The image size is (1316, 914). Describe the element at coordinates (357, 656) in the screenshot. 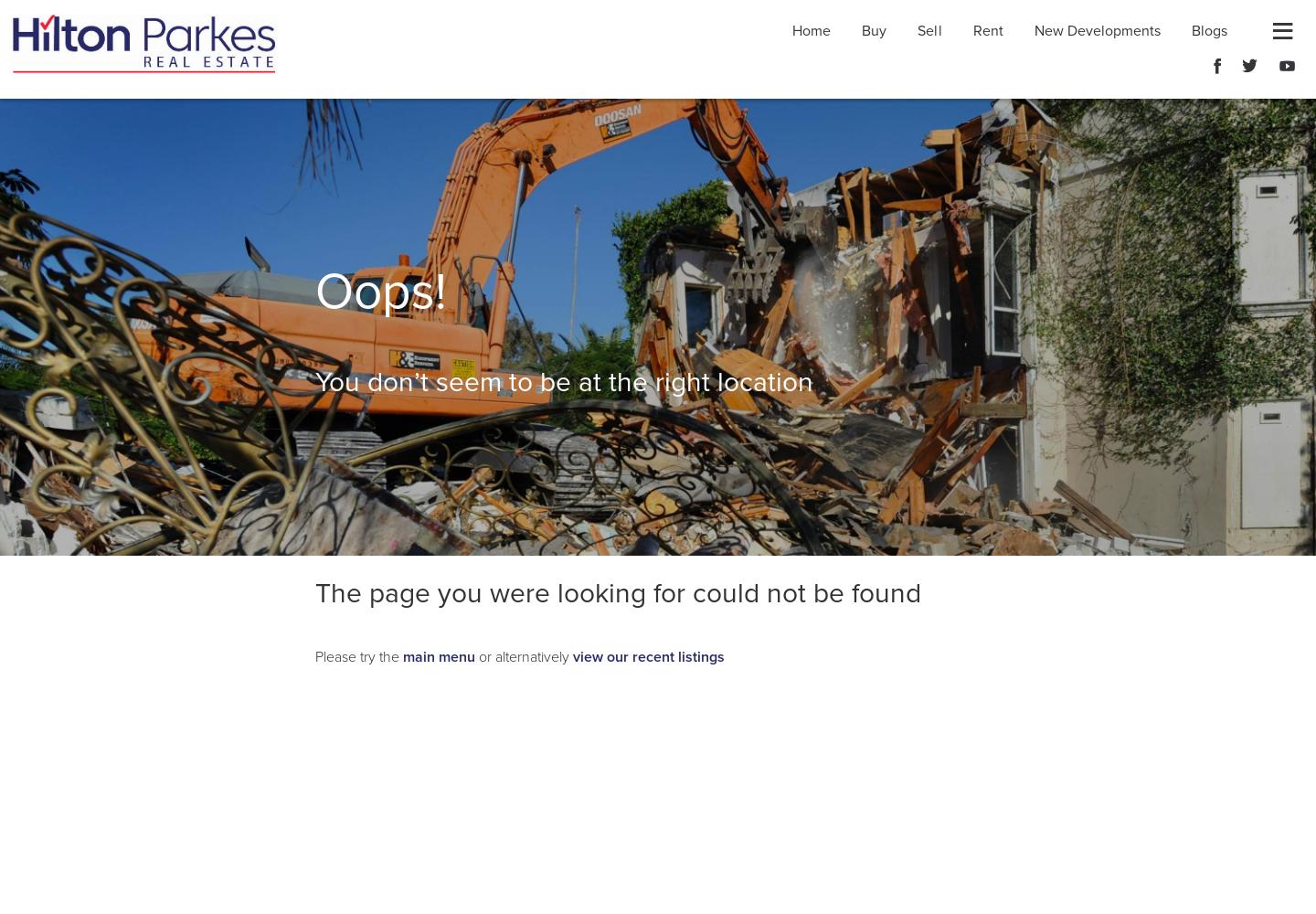

I see `'Please try the'` at that location.